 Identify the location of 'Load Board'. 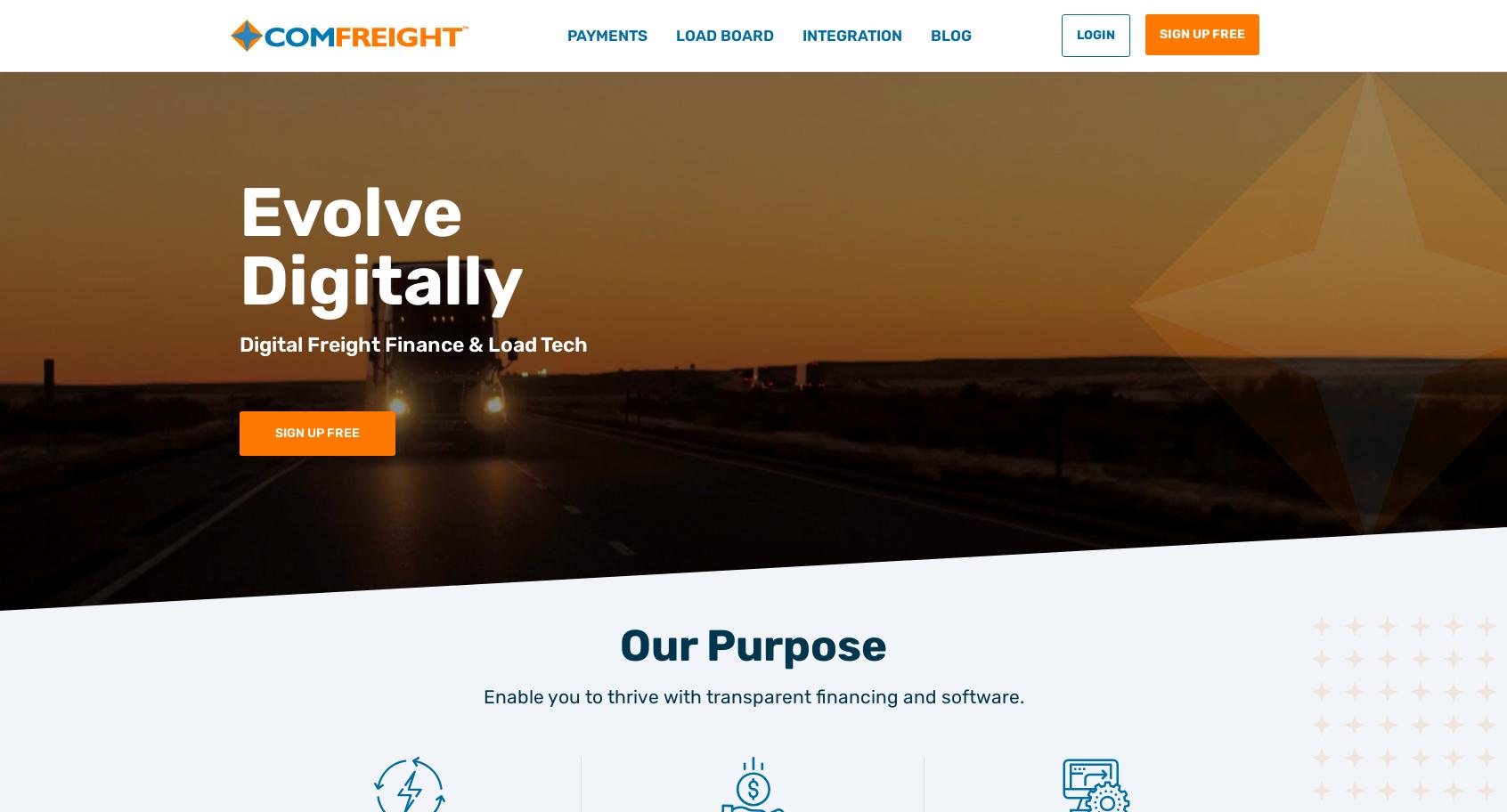
(724, 35).